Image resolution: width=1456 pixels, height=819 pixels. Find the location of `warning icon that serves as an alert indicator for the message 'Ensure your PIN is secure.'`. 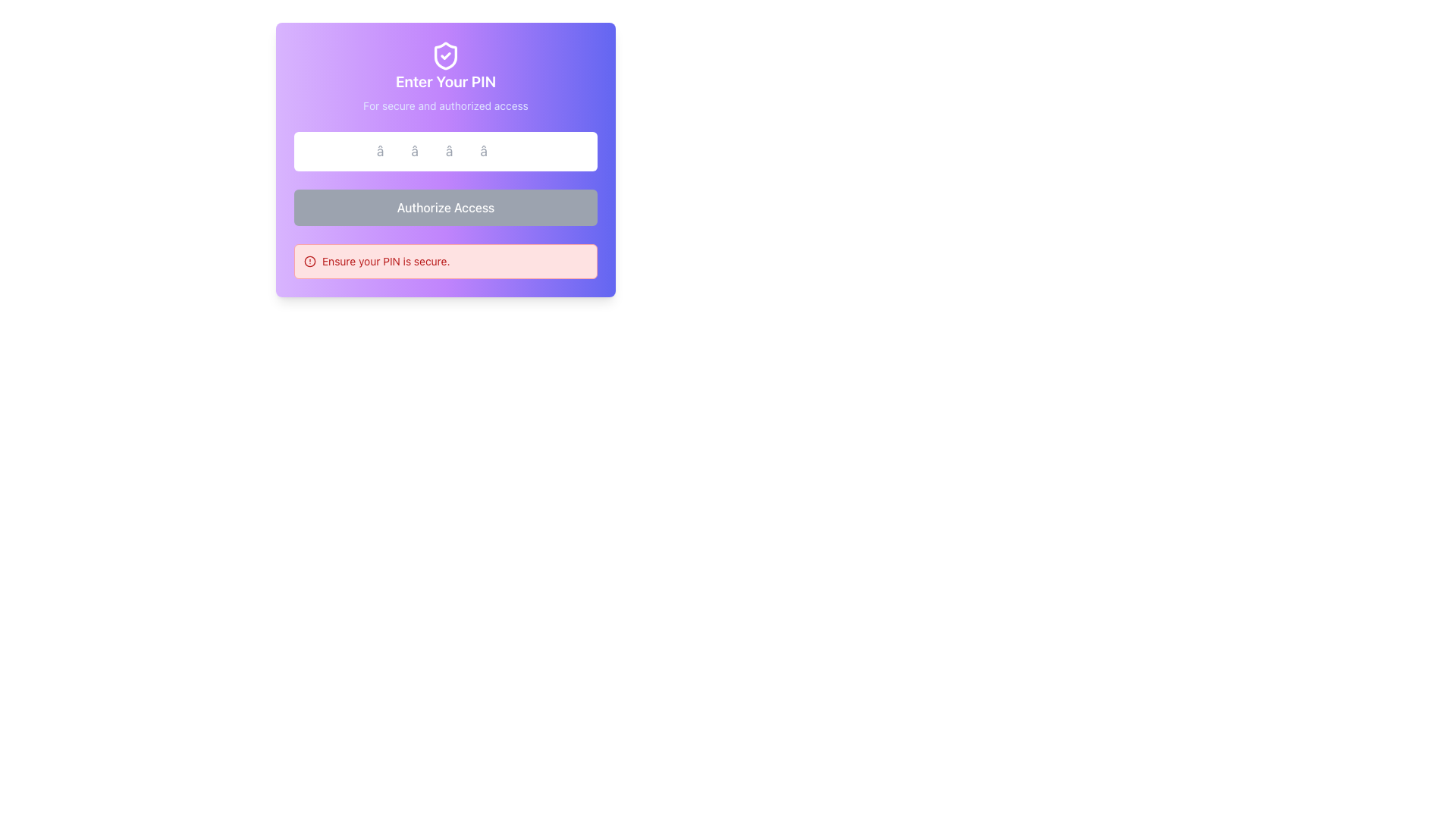

warning icon that serves as an alert indicator for the message 'Ensure your PIN is secure.' is located at coordinates (309, 260).